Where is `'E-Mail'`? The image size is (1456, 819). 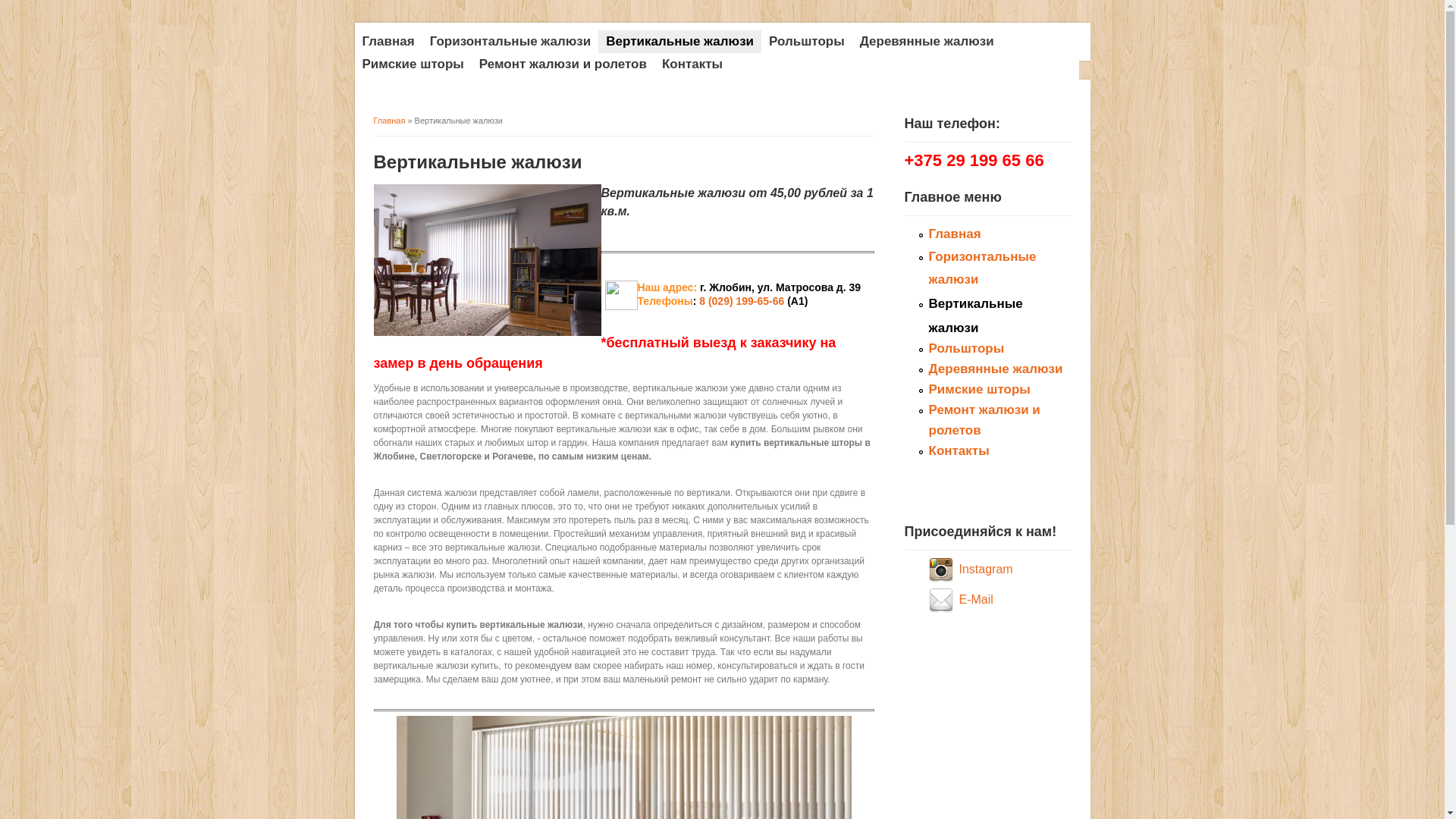
'E-Mail' is located at coordinates (975, 598).